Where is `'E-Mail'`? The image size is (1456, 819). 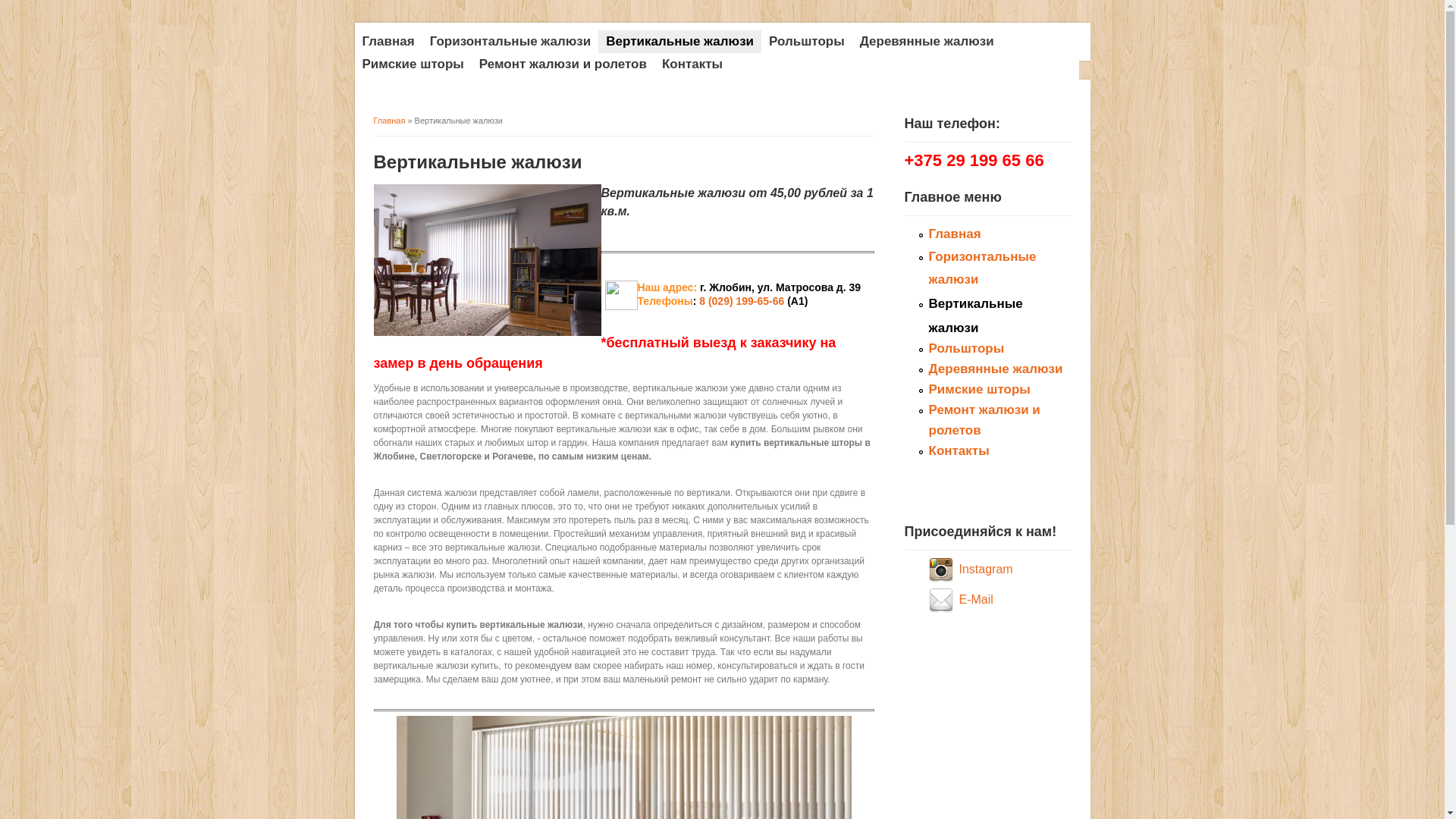
'E-Mail' is located at coordinates (975, 598).